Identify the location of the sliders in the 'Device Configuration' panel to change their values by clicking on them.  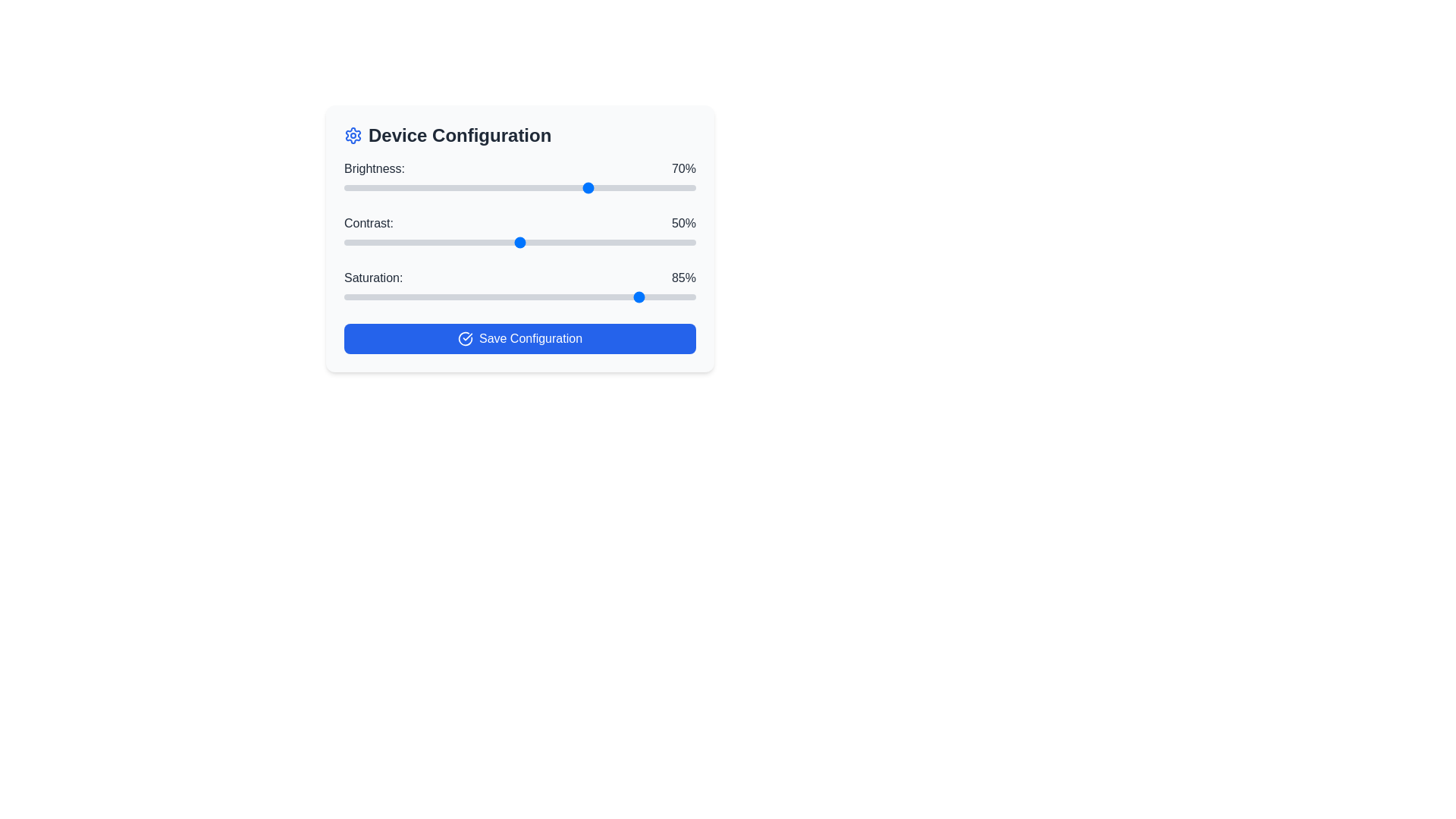
(520, 239).